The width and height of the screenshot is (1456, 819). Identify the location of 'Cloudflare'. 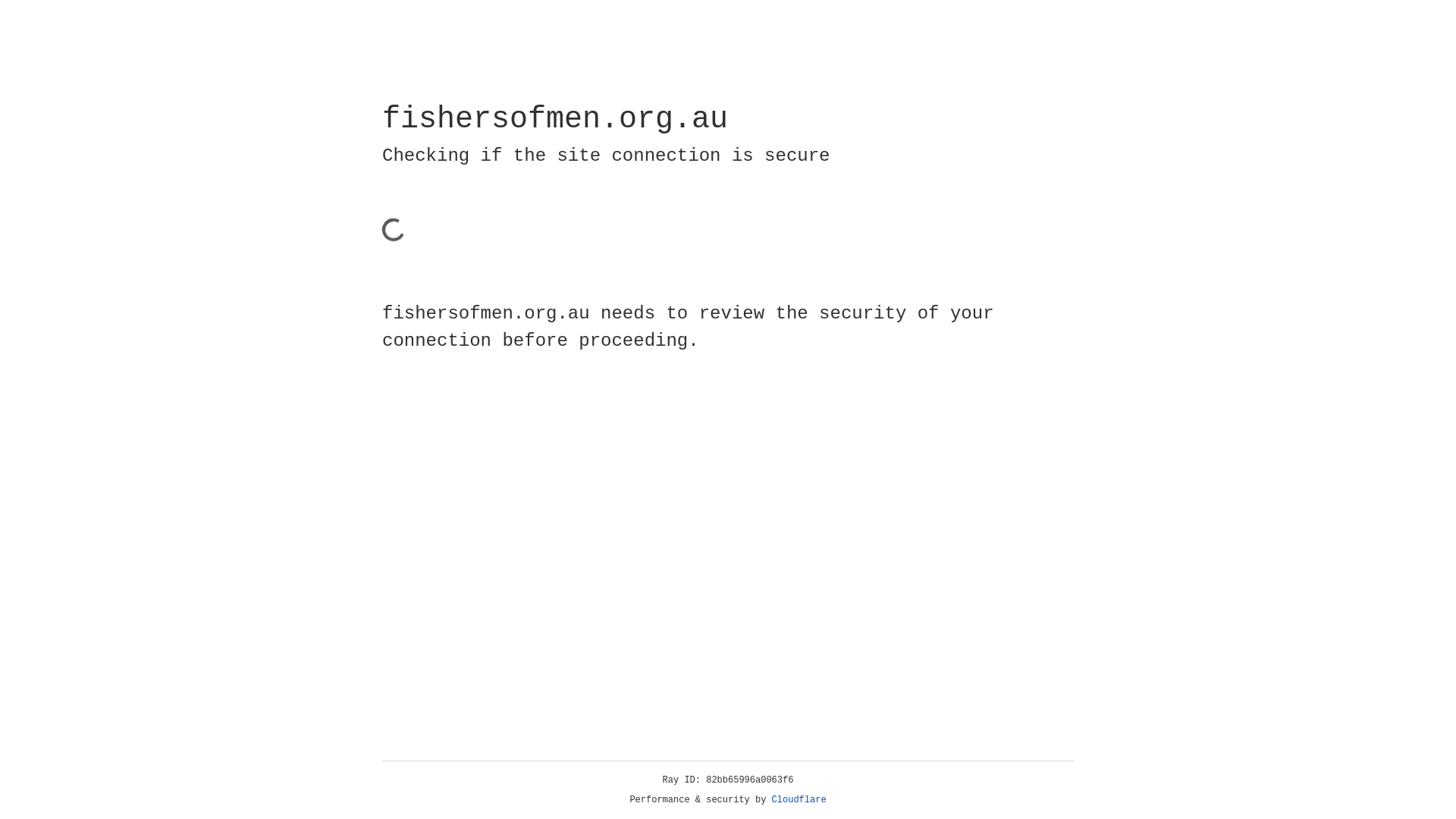
(799, 799).